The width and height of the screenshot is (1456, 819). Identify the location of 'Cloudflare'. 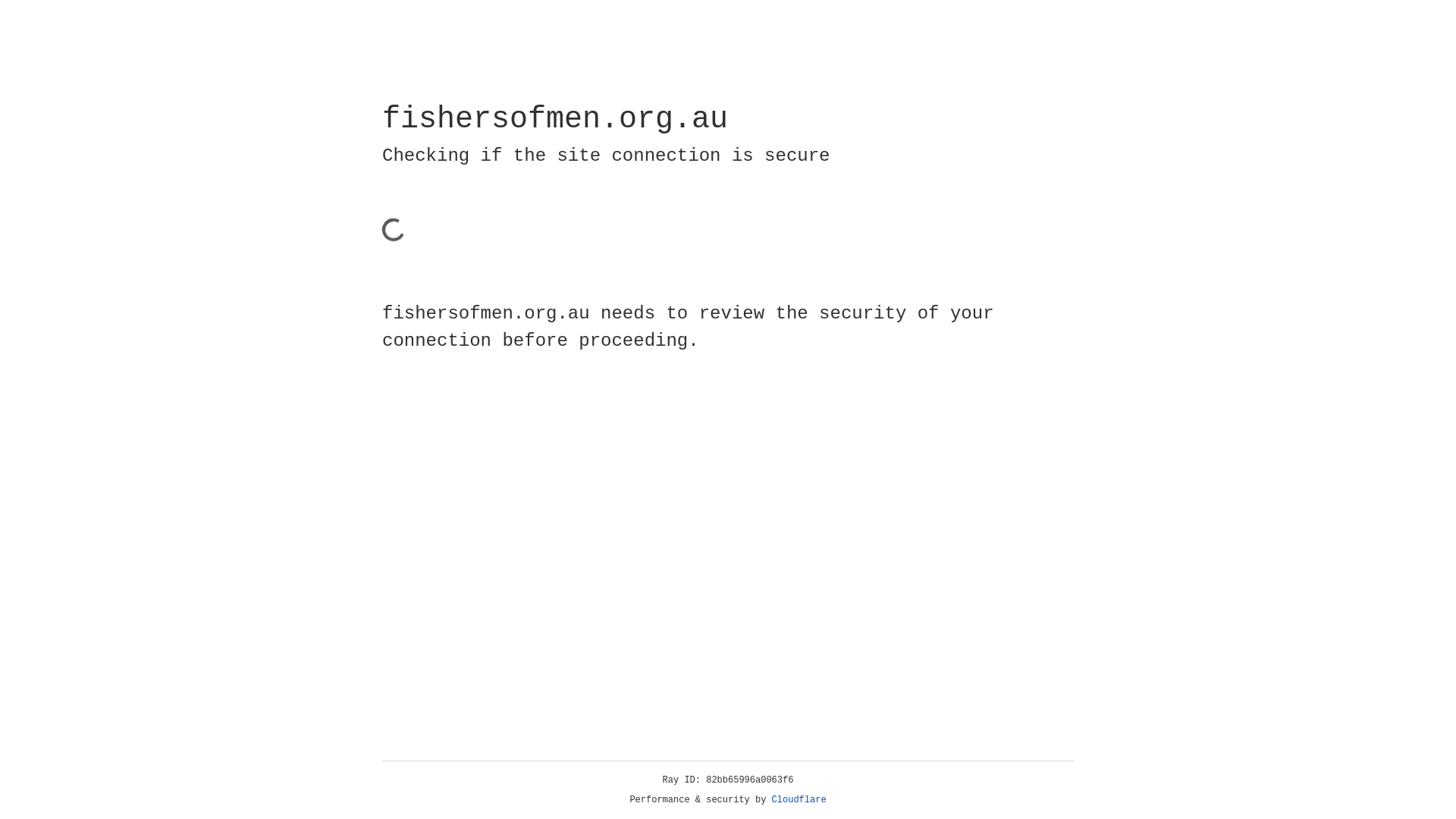
(799, 799).